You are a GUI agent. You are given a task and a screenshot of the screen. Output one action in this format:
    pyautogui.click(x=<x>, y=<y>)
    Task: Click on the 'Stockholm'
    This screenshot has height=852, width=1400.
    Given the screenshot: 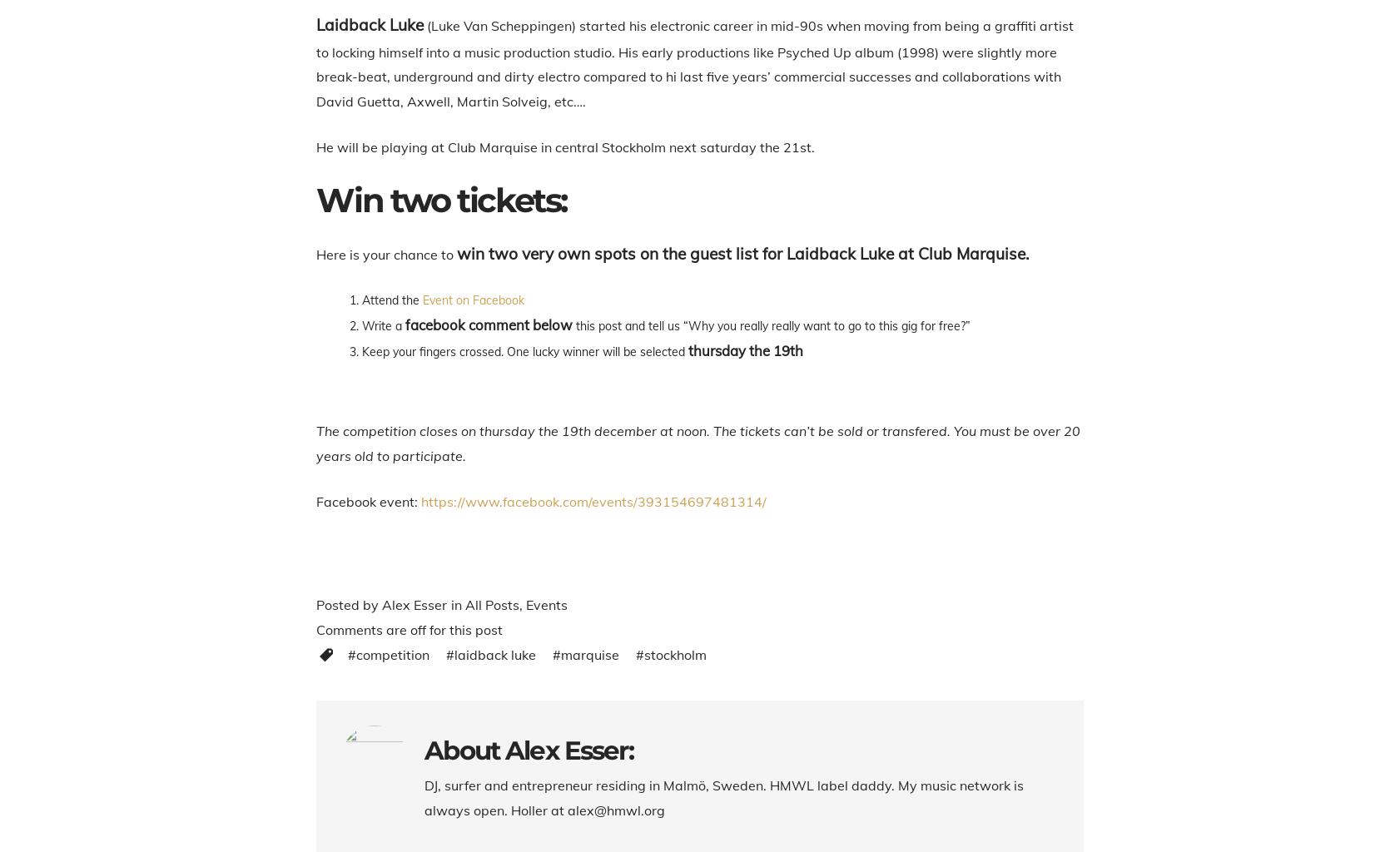 What is the action you would take?
    pyautogui.click(x=674, y=654)
    